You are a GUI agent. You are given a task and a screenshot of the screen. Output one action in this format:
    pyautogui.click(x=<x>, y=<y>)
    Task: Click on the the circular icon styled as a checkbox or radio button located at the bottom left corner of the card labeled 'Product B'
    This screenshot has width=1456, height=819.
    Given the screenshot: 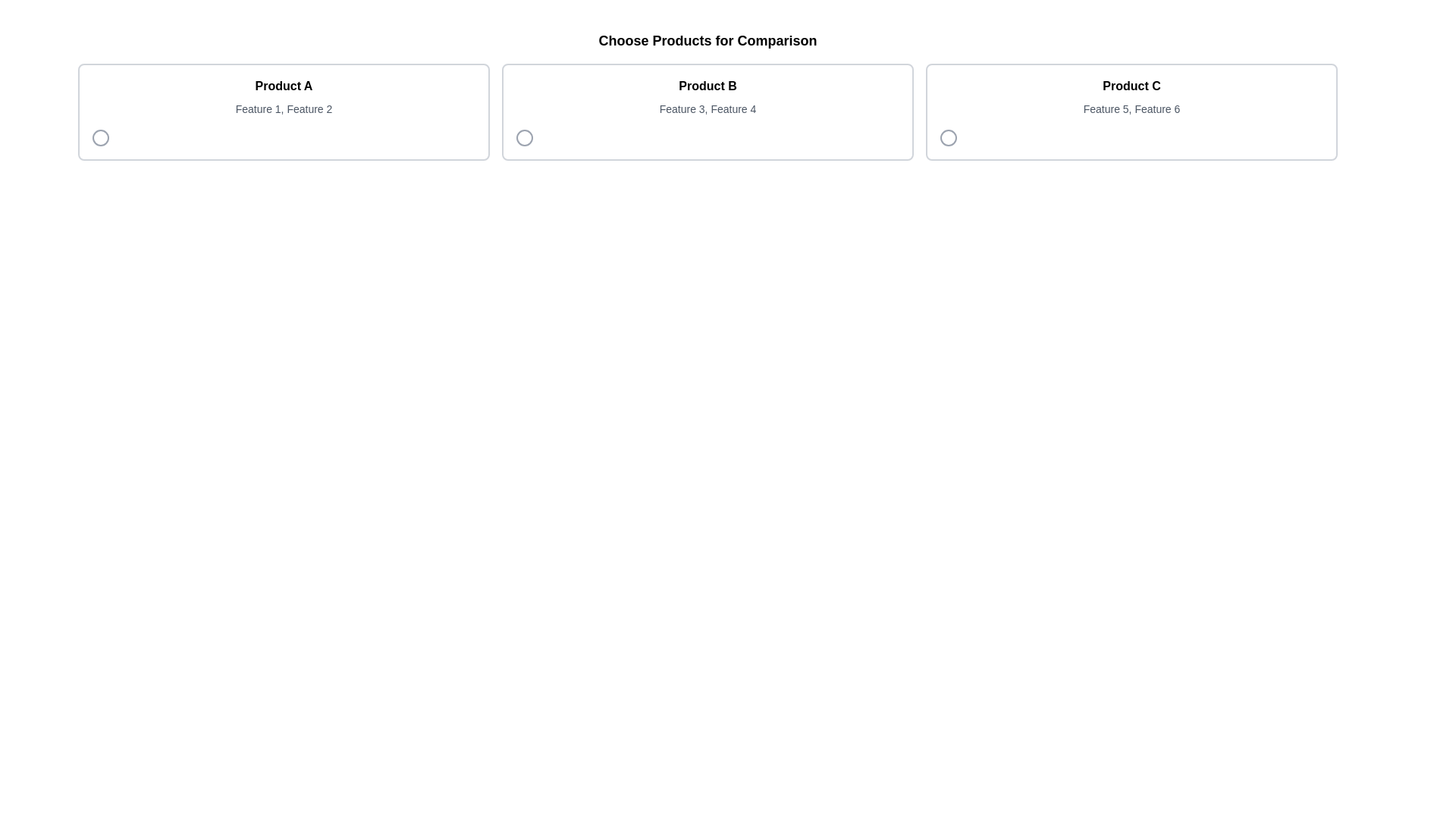 What is the action you would take?
    pyautogui.click(x=524, y=137)
    